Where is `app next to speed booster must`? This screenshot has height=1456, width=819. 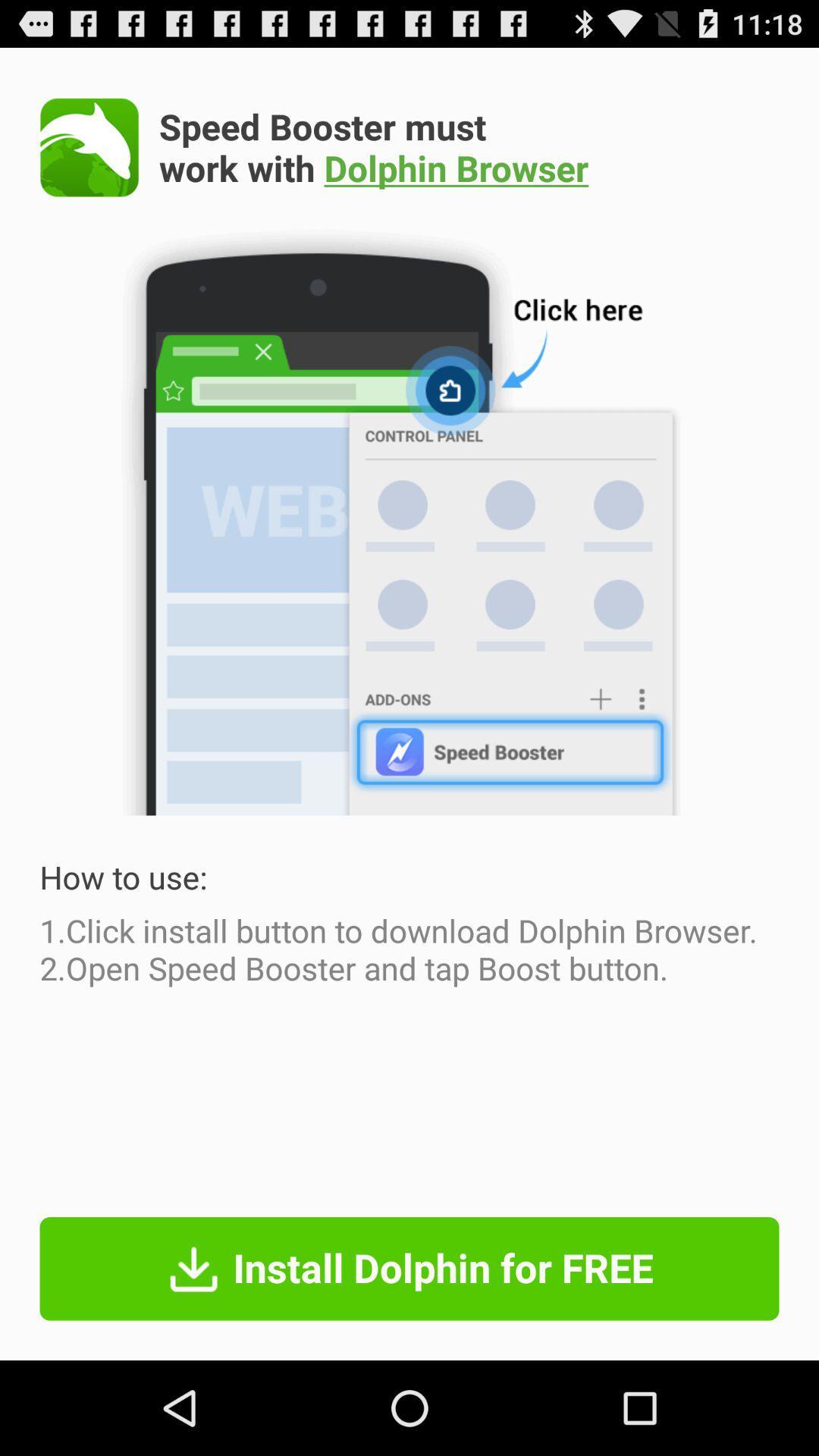
app next to speed booster must is located at coordinates (89, 147).